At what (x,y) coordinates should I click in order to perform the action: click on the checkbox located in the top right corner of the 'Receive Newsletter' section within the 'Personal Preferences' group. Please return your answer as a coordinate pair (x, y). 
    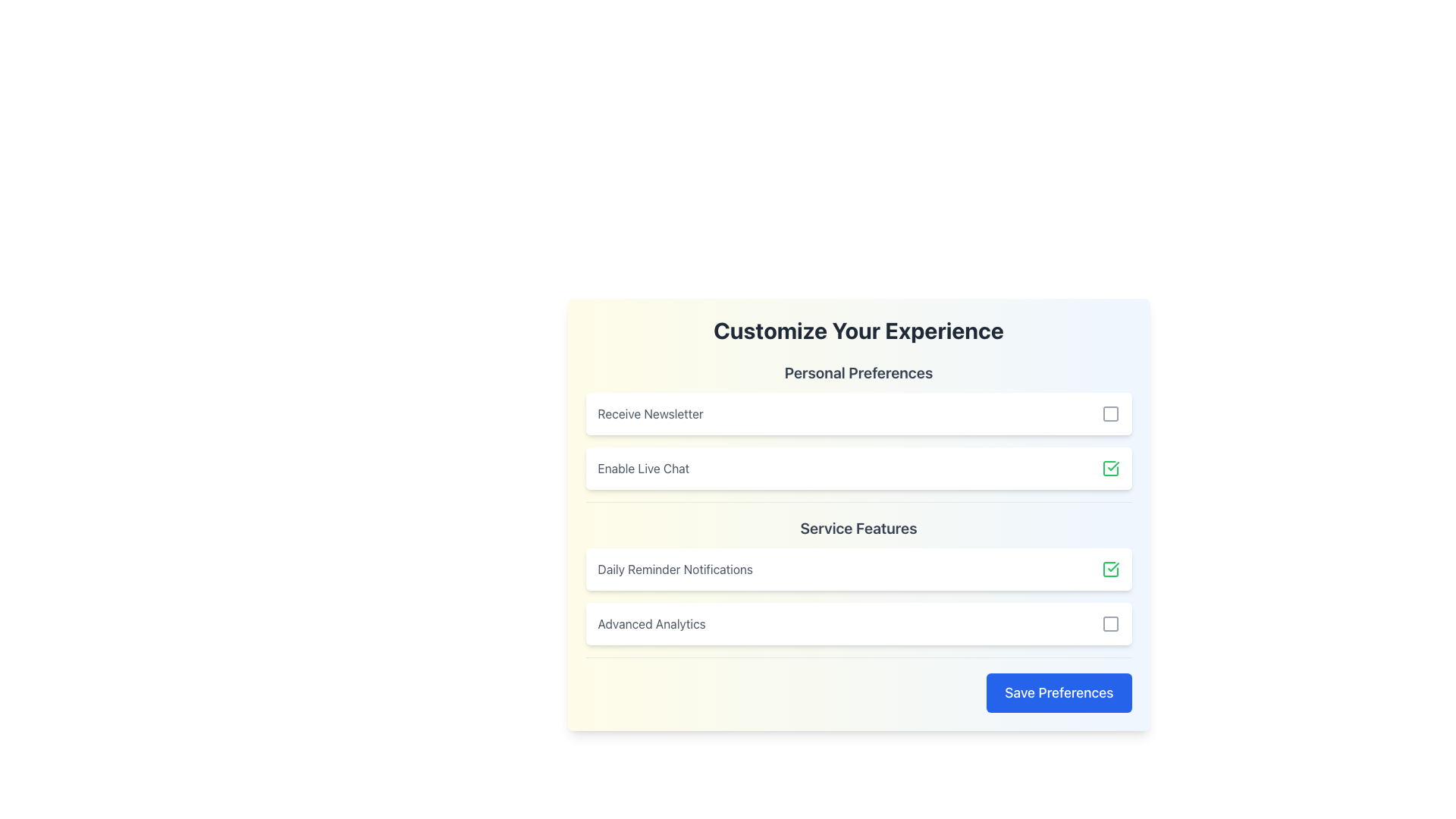
    Looking at the image, I should click on (1110, 414).